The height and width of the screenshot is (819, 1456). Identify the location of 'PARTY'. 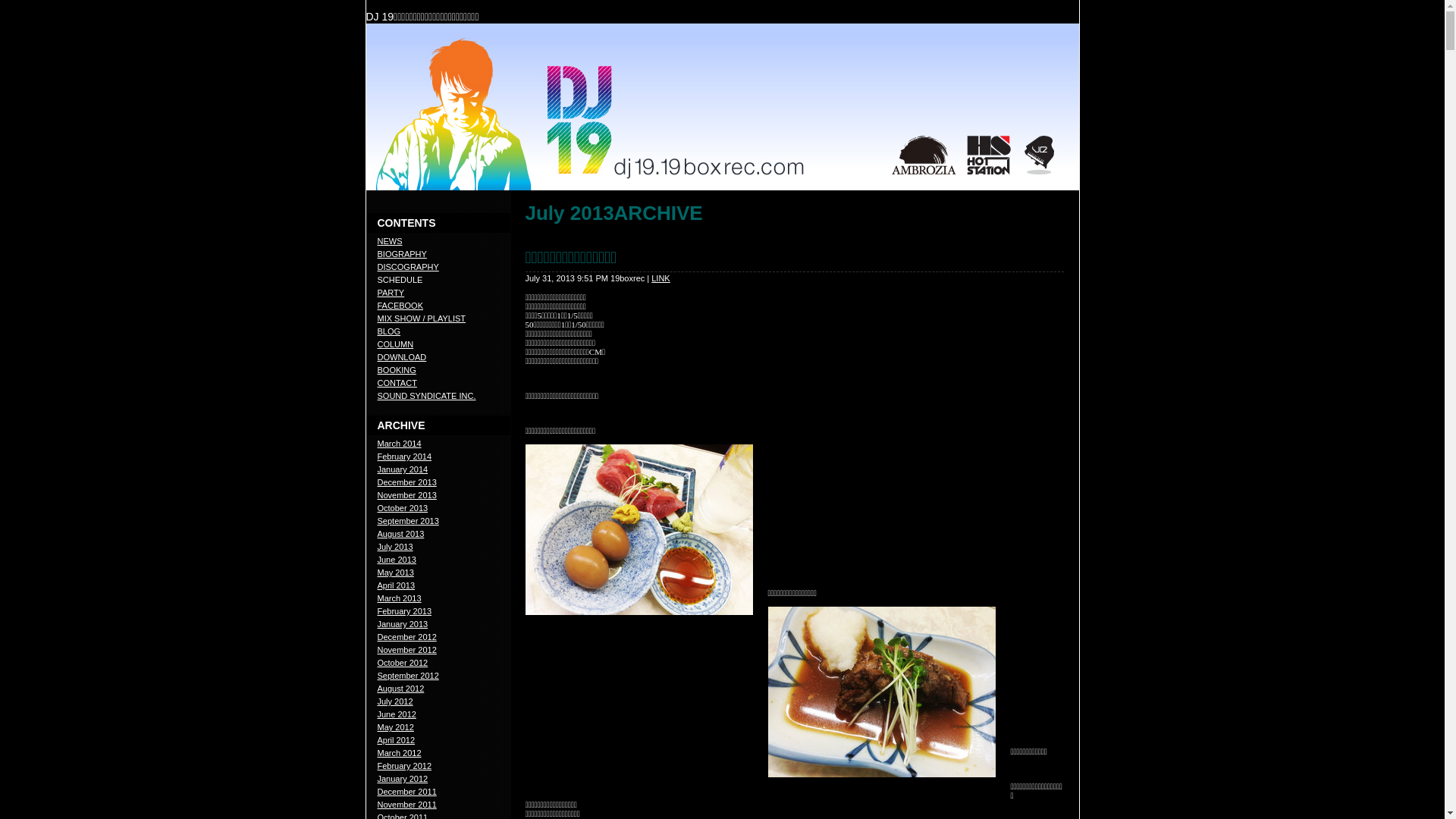
(391, 292).